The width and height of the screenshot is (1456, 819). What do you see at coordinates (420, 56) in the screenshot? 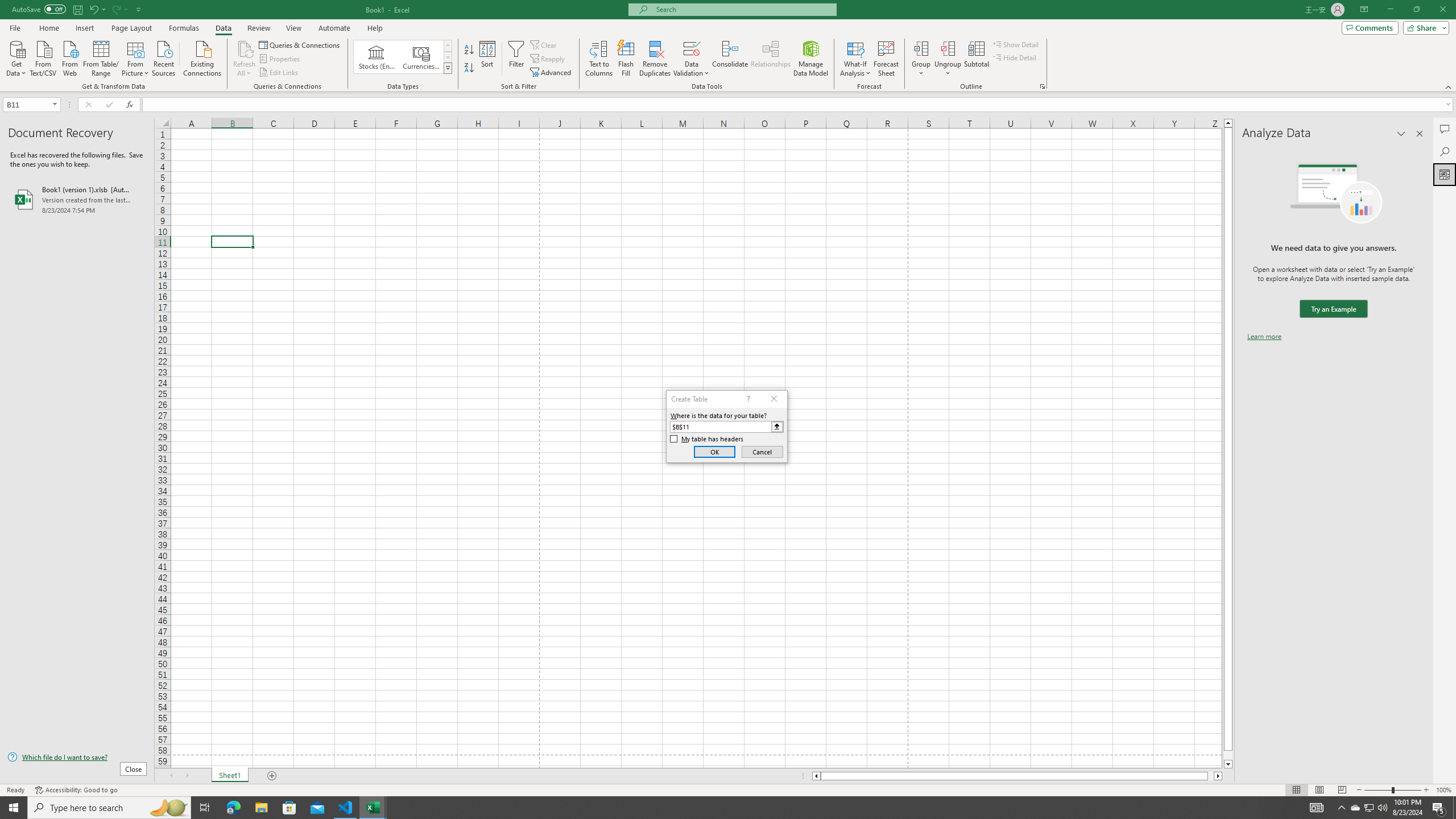
I see `'Currencies (English)'` at bounding box center [420, 56].